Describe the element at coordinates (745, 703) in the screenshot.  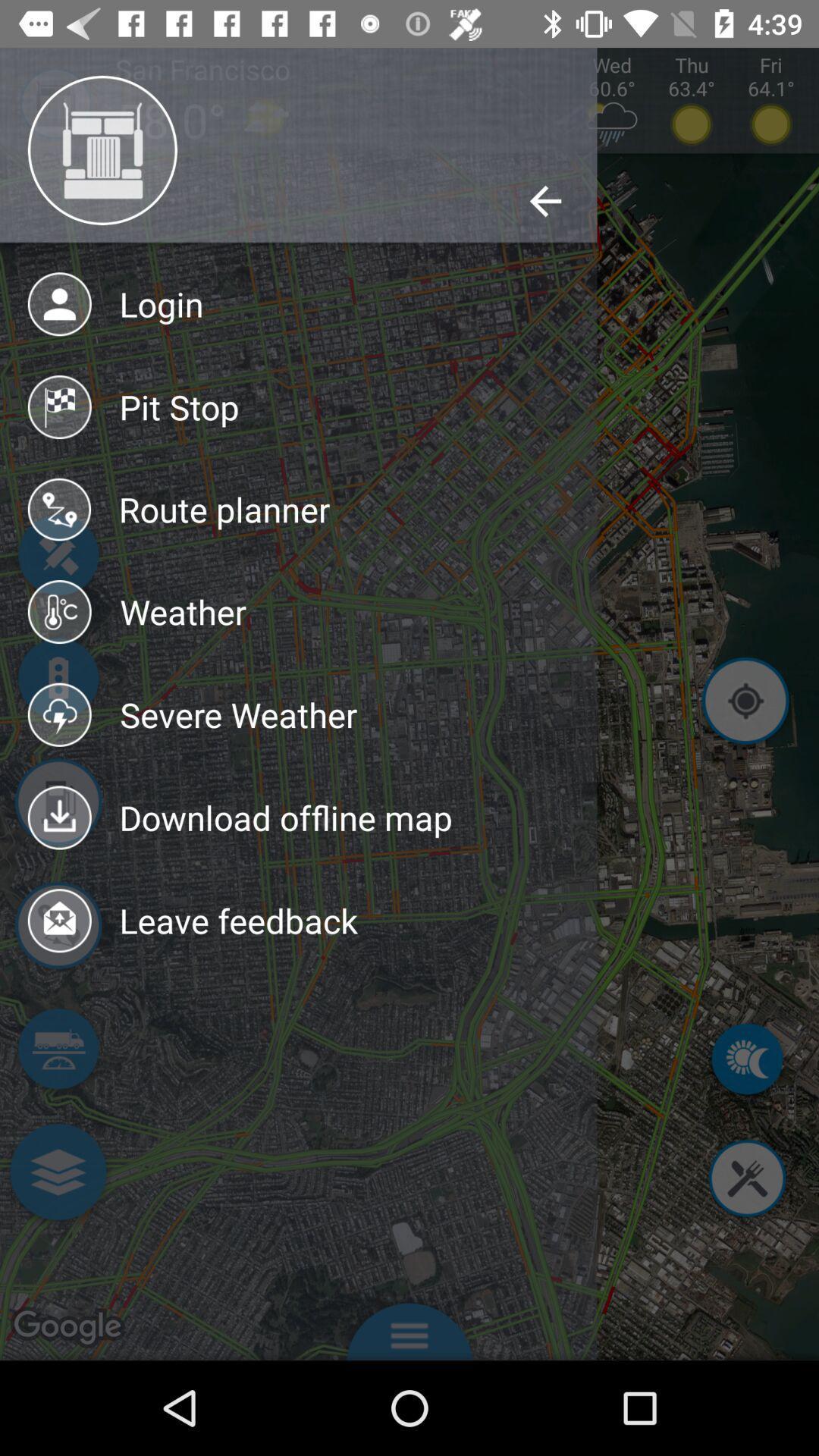
I see `the location_crosshair icon` at that location.